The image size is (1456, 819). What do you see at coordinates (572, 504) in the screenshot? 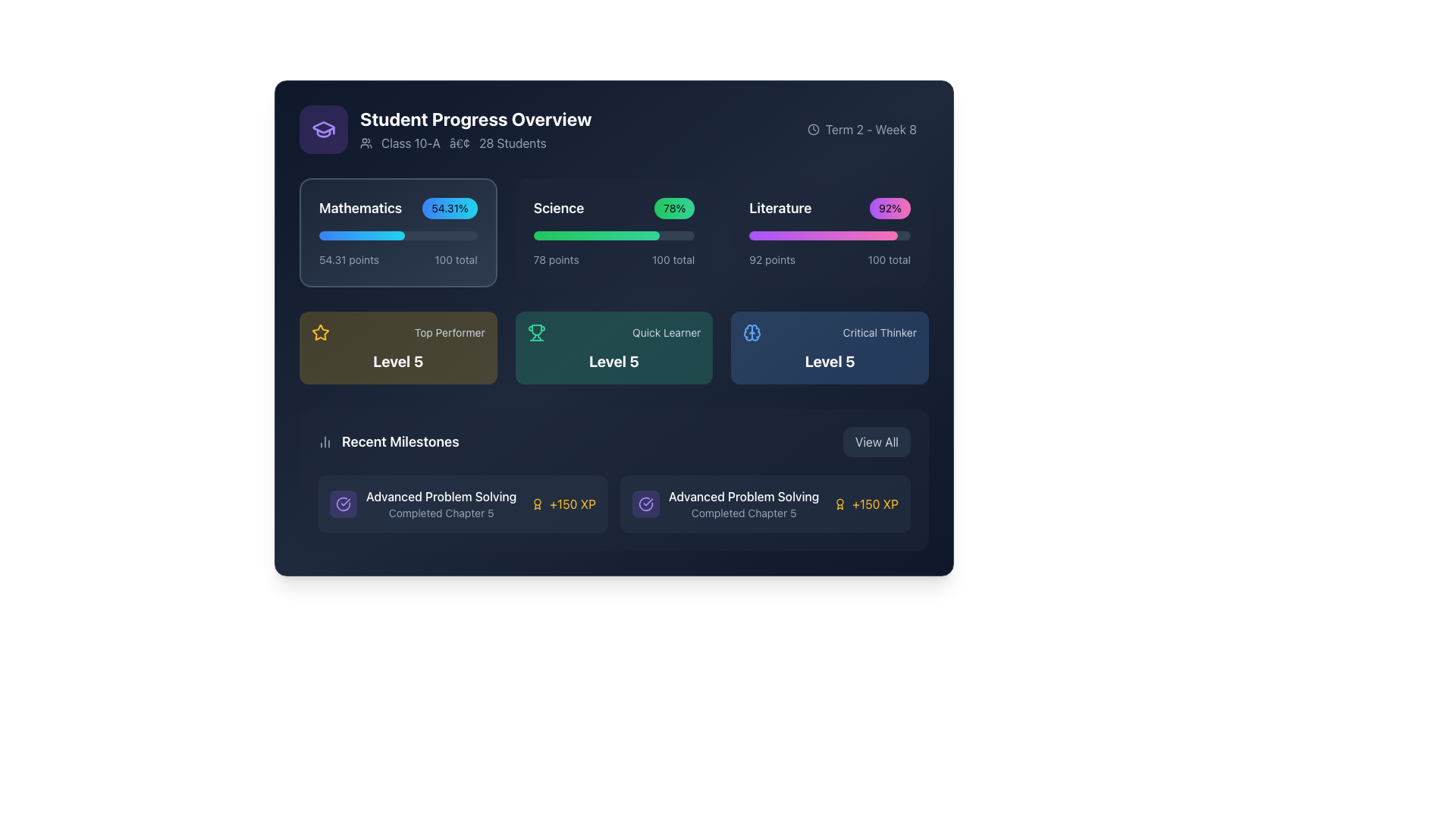
I see `the '+150 XP' text indicator, which is styled in bold amber font and located in the 'Recent Milestones' section, next to the 'Advanced Problem Solving' milestone entry` at bounding box center [572, 504].